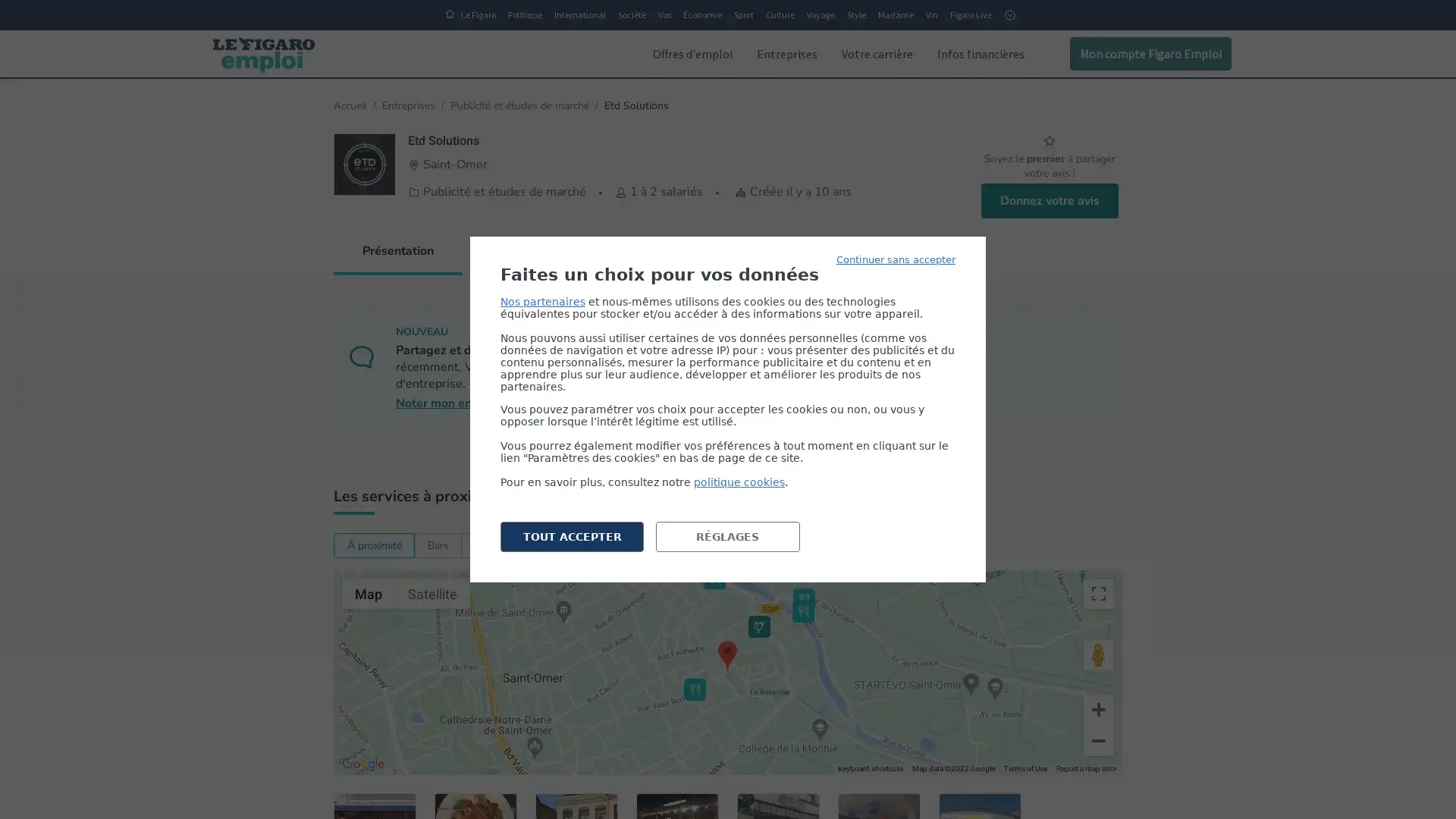 This screenshot has height=819, width=1456. Describe the element at coordinates (1099, 710) in the screenshot. I see `Zoom in` at that location.